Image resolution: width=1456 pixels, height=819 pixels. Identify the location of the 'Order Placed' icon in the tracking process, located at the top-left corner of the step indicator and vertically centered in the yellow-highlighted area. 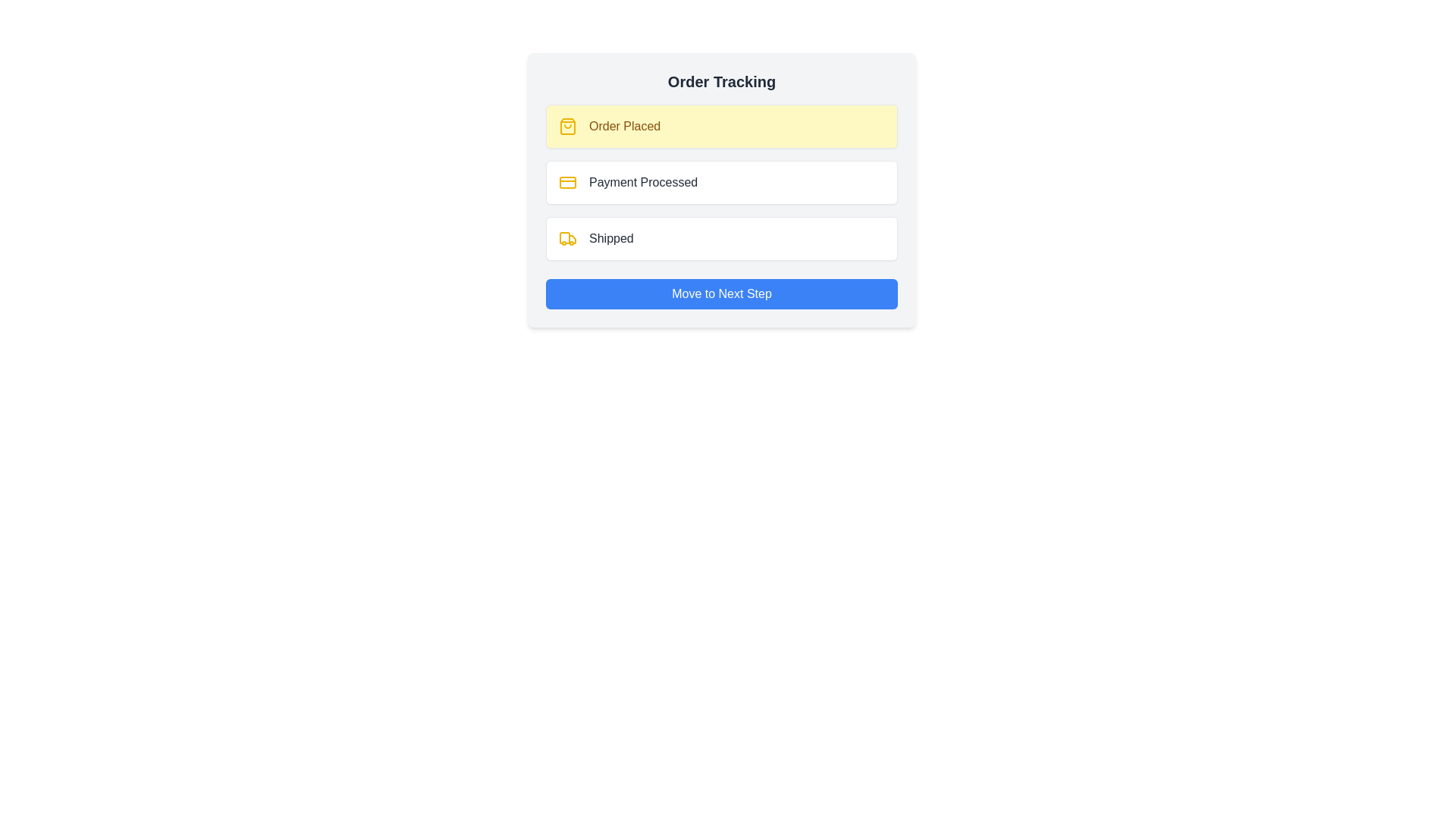
(566, 125).